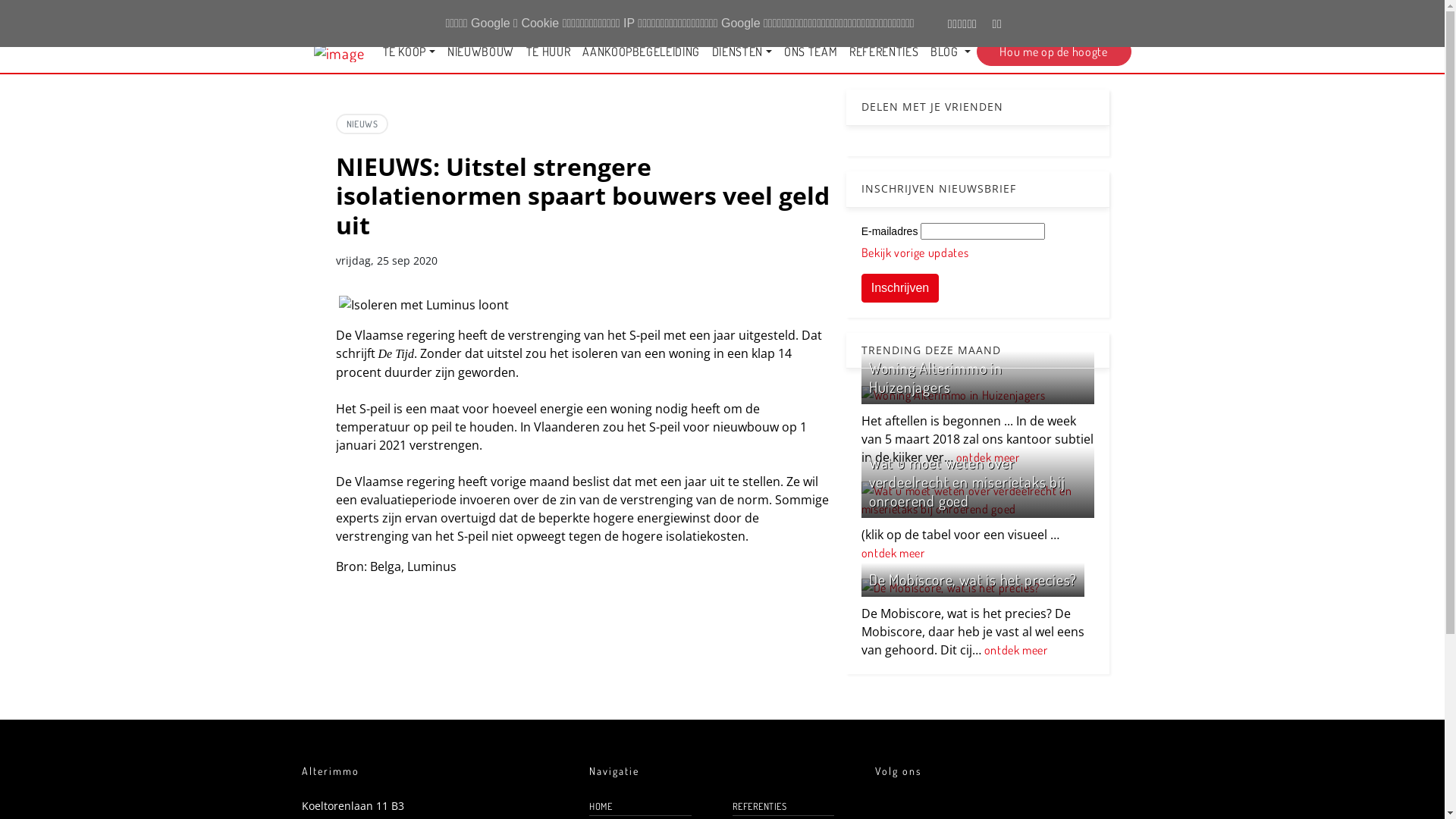 Image resolution: width=1456 pixels, height=819 pixels. What do you see at coordinates (893, 553) in the screenshot?
I see `'ontdek meer'` at bounding box center [893, 553].